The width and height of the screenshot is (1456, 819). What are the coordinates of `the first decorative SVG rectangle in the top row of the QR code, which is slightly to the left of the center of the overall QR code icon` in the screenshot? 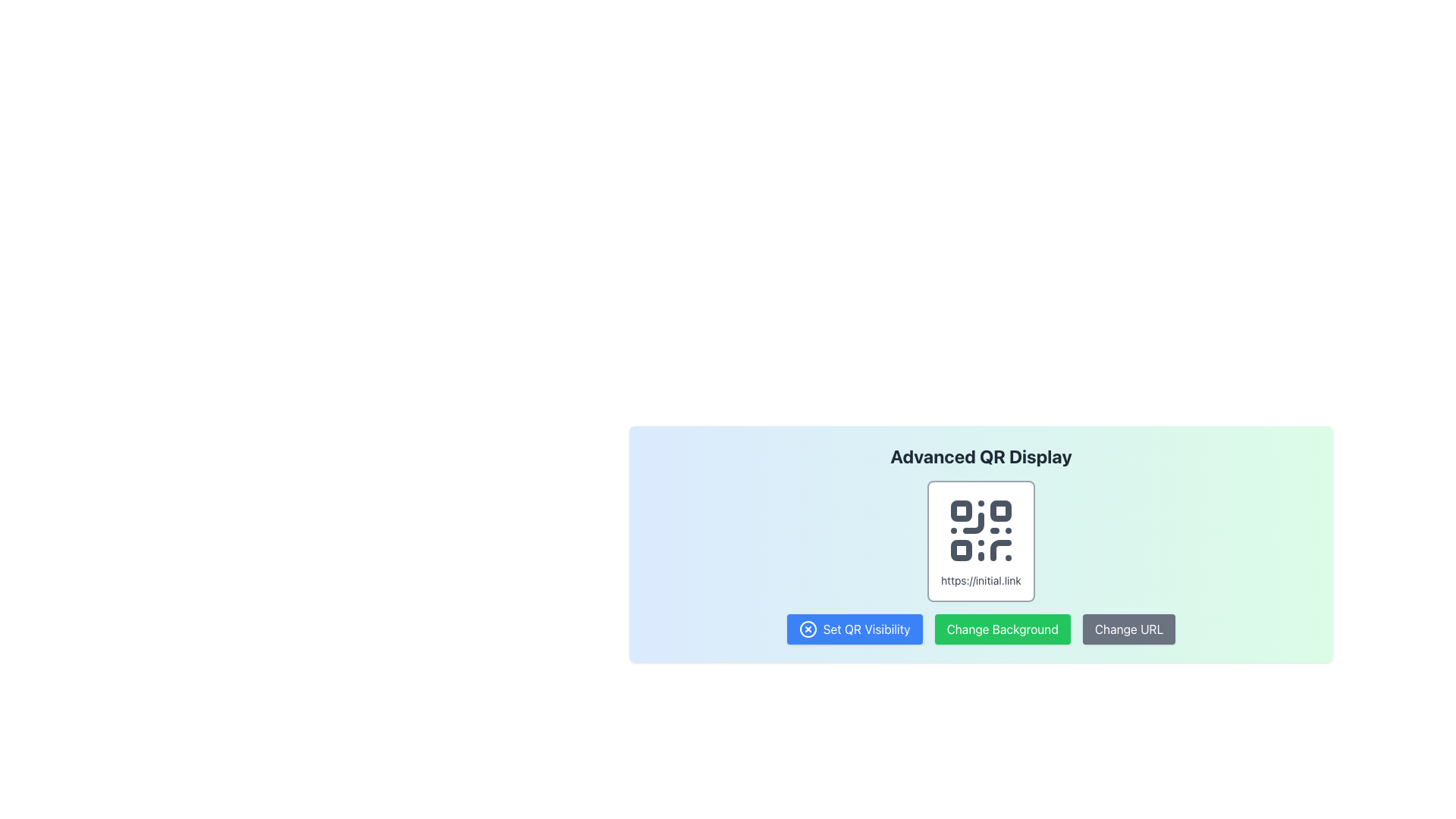 It's located at (960, 511).